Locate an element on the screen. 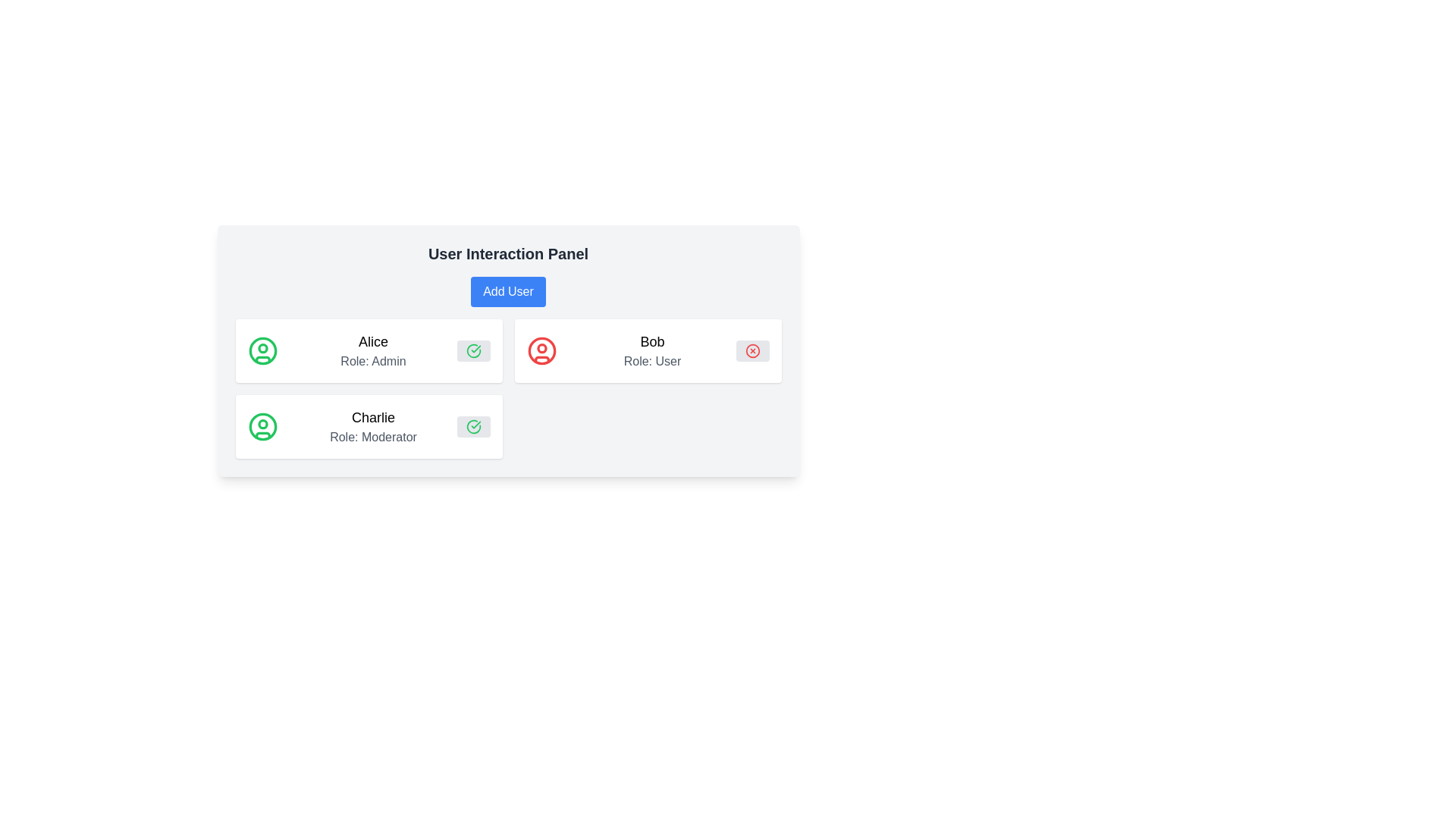  the decorative graphical element representing the head in the SVG user icon located near the top center of the larger circle, adjacent to the user block labeled 'Alice' is located at coordinates (262, 424).